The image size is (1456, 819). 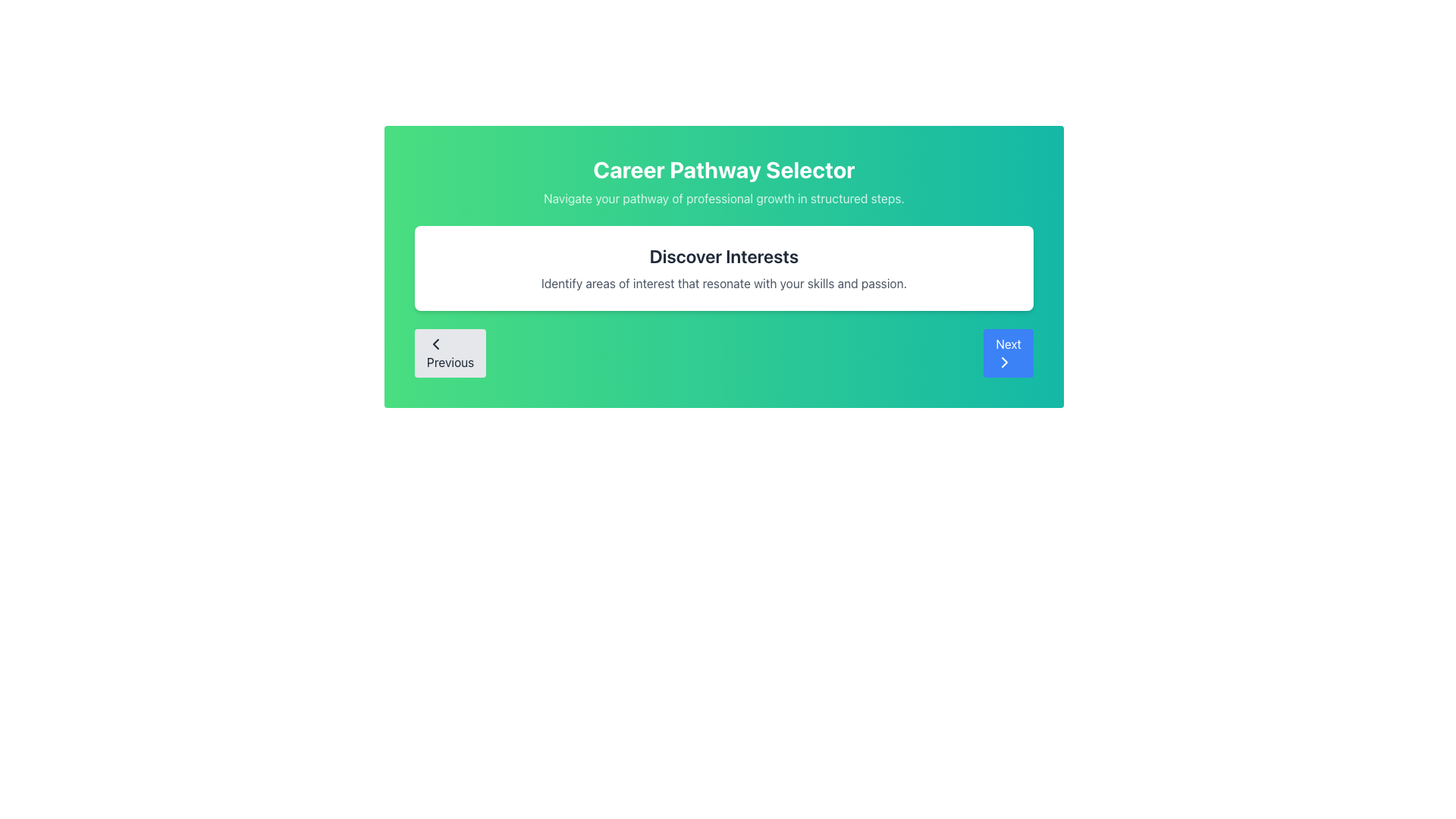 What do you see at coordinates (723, 169) in the screenshot?
I see `the header text indicating 'Career Pathway Selector', which is centrally positioned at the top of the interface` at bounding box center [723, 169].